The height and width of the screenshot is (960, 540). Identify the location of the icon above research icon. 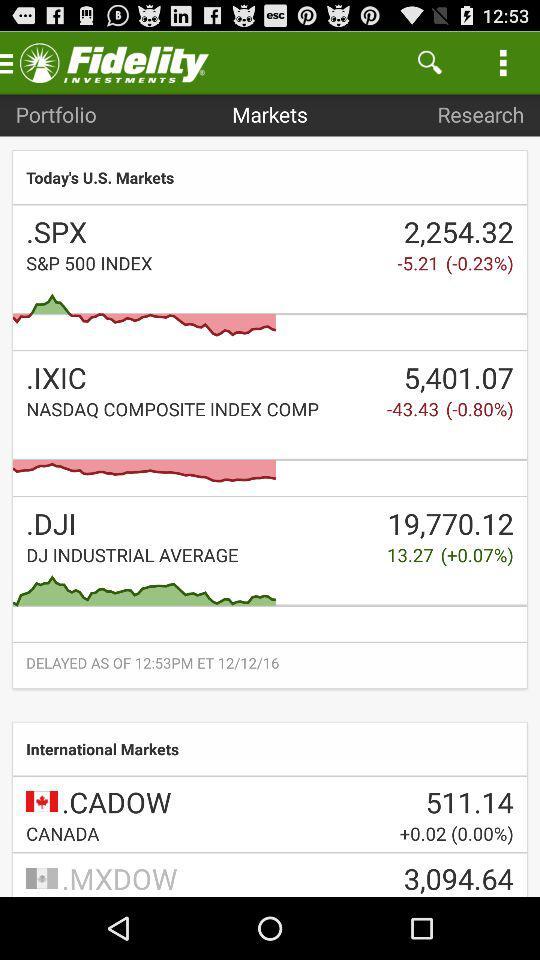
(428, 62).